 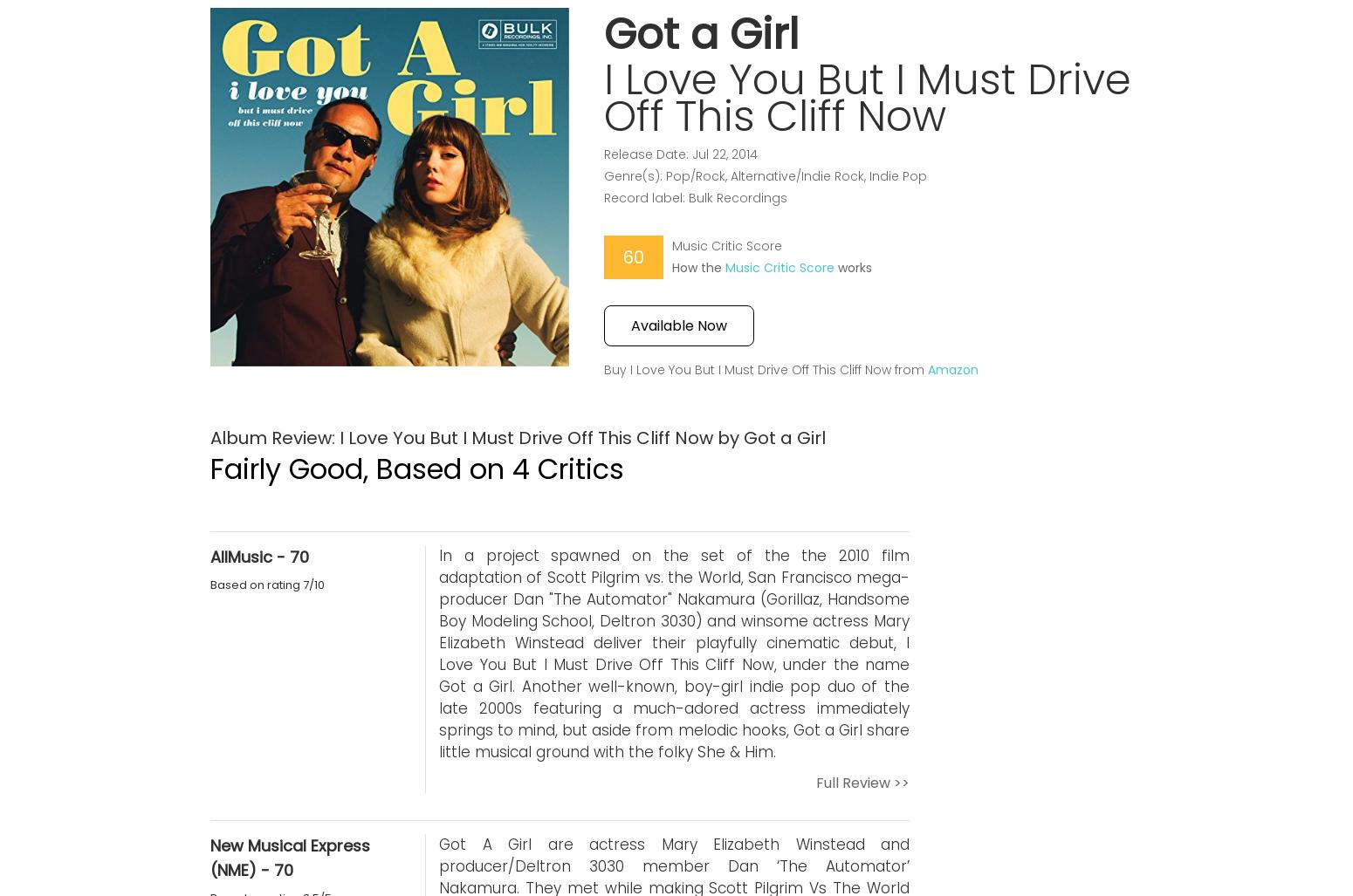 What do you see at coordinates (603, 96) in the screenshot?
I see `'I Love You But I Must Drive Off This Cliff Now'` at bounding box center [603, 96].